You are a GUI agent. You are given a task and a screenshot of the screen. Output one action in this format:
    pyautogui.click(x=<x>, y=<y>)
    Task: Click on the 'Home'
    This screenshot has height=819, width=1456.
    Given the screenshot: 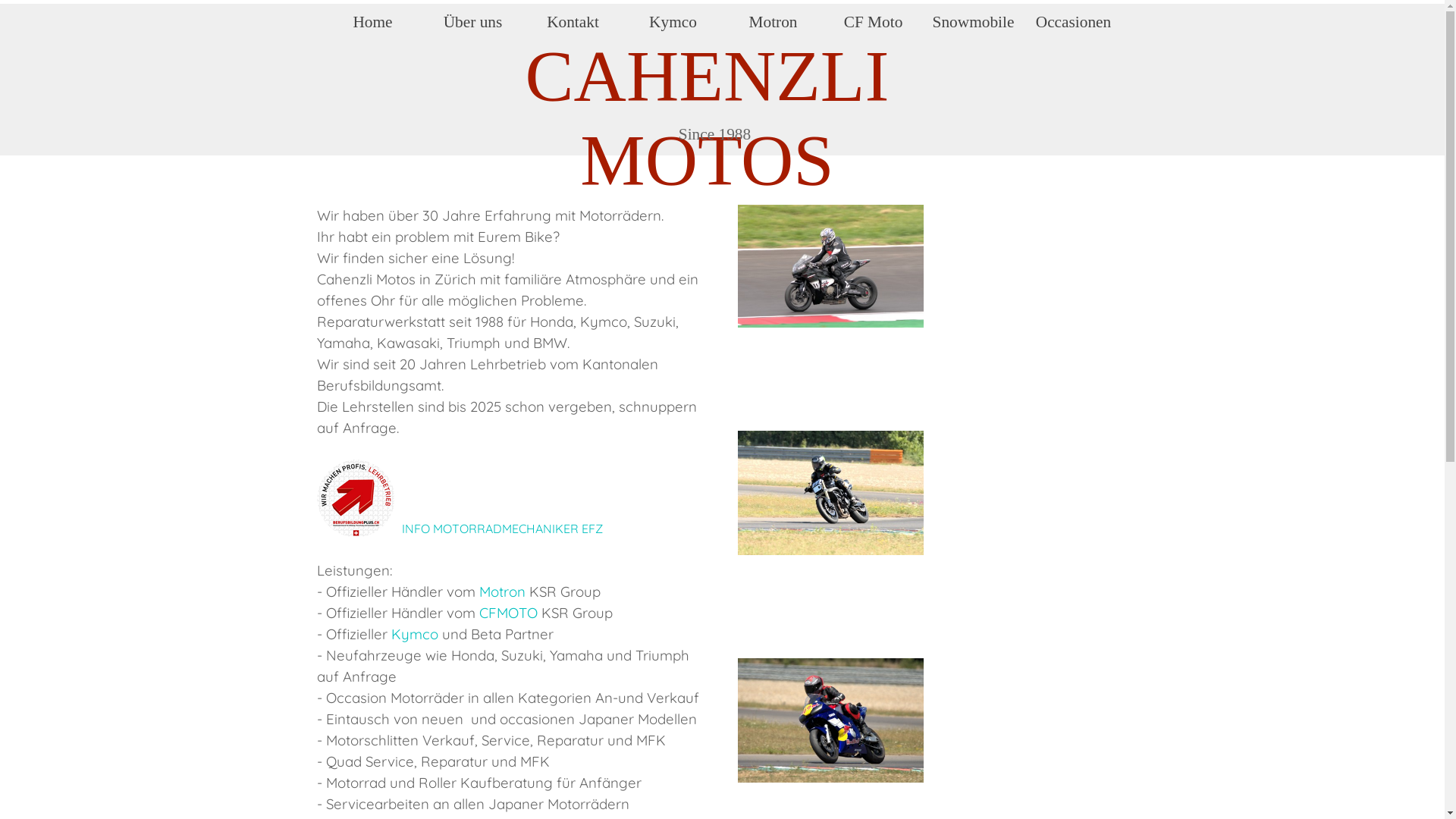 What is the action you would take?
    pyautogui.click(x=372, y=22)
    